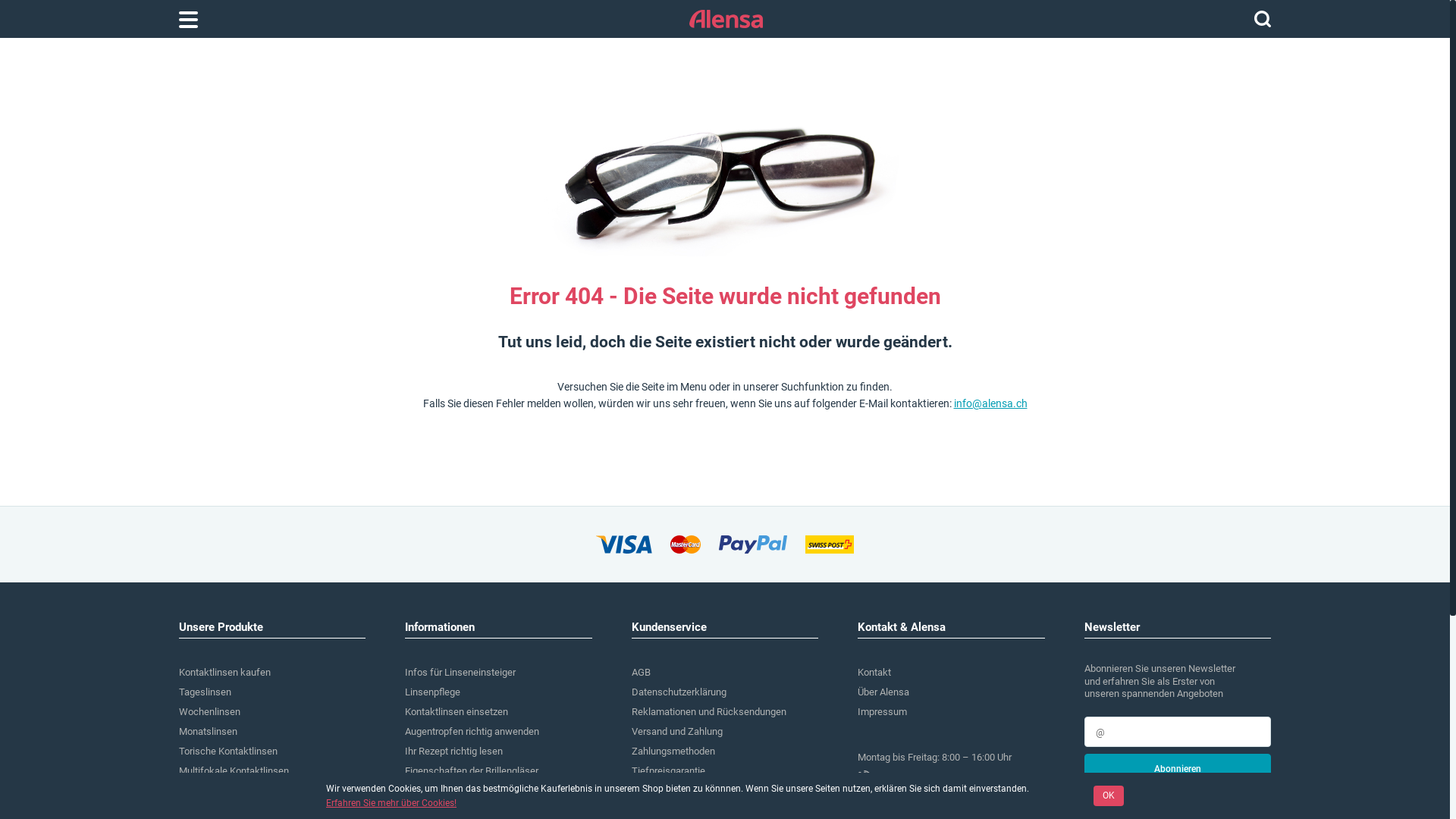 This screenshot has height=819, width=1456. I want to click on 'Versand und Zahlung', so click(632, 730).